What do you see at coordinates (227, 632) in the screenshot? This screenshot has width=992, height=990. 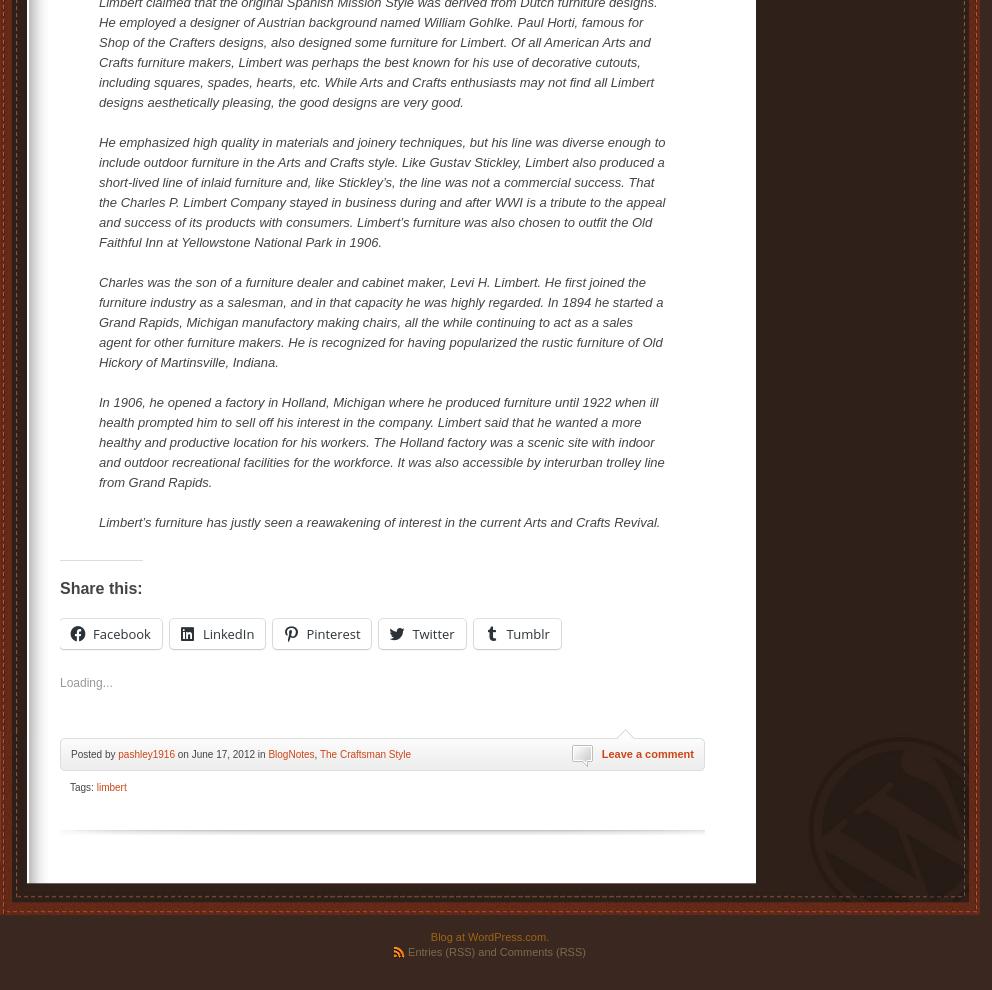 I see `'LinkedIn'` at bounding box center [227, 632].